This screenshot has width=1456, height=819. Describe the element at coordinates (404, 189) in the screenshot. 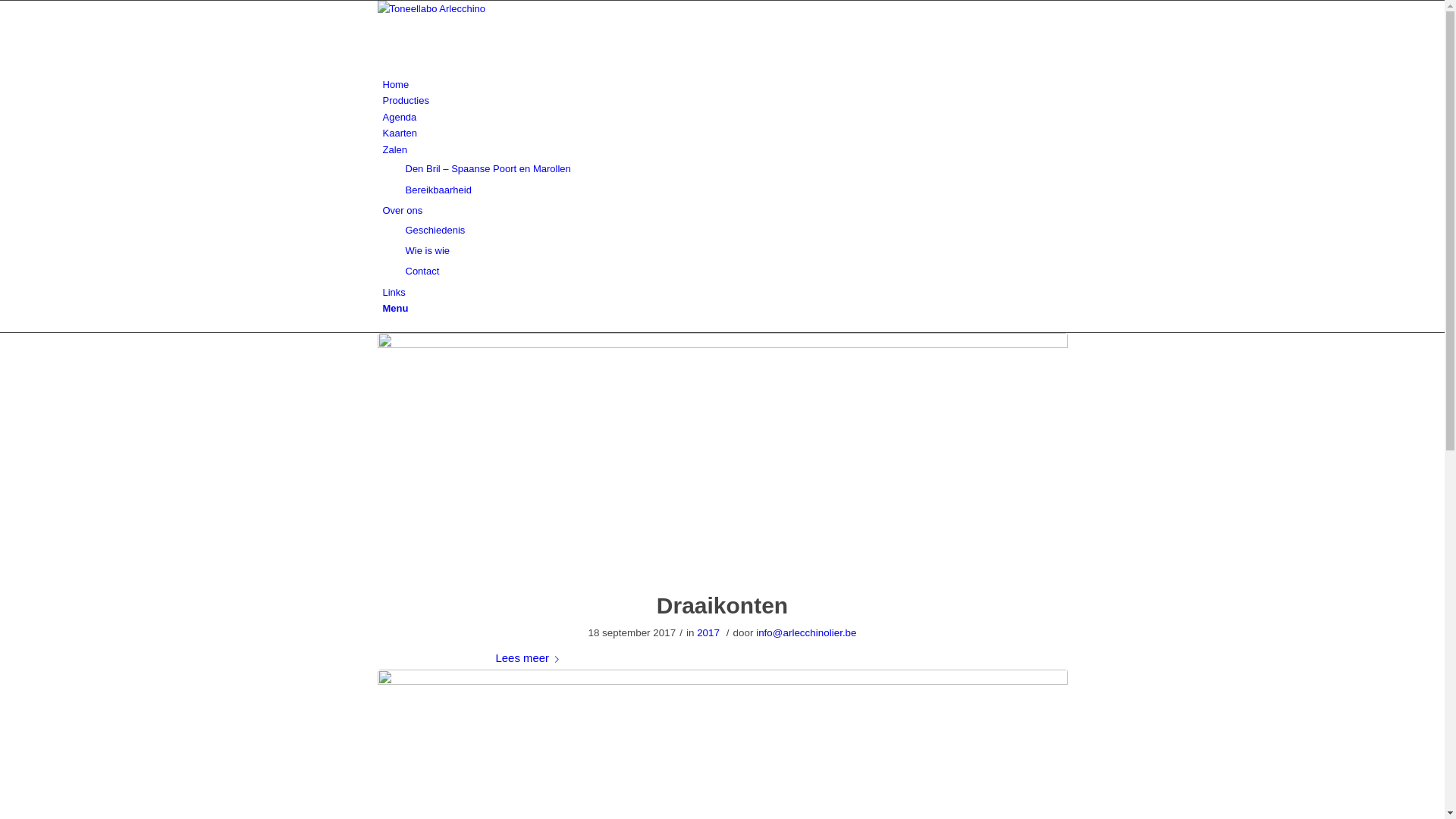

I see `'Bereikbaarheid'` at that location.